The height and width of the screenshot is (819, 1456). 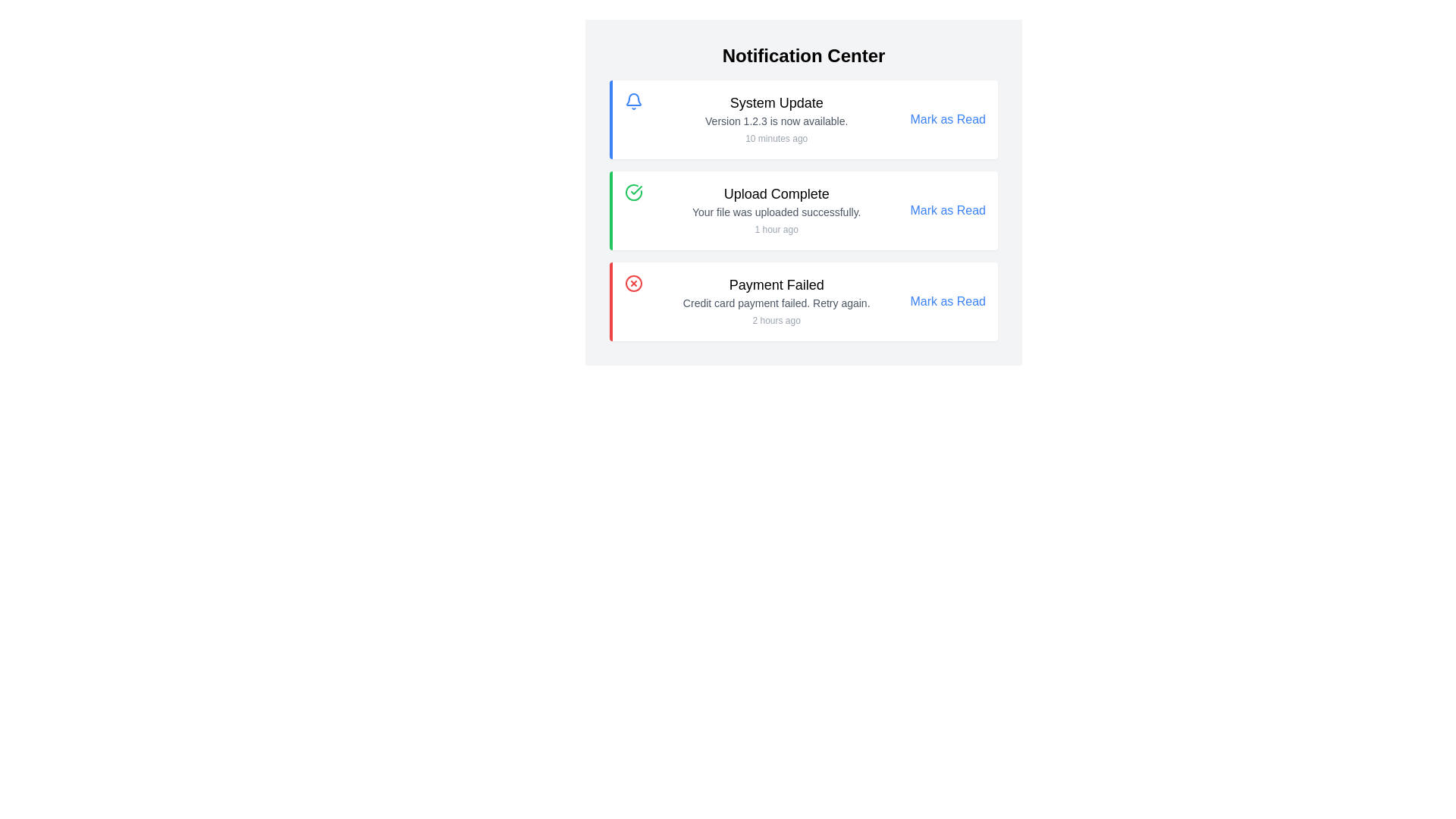 I want to click on the green circular icon with a checkmark symbol inside, which is located to the left of the text 'Upload Complete', so click(x=633, y=192).